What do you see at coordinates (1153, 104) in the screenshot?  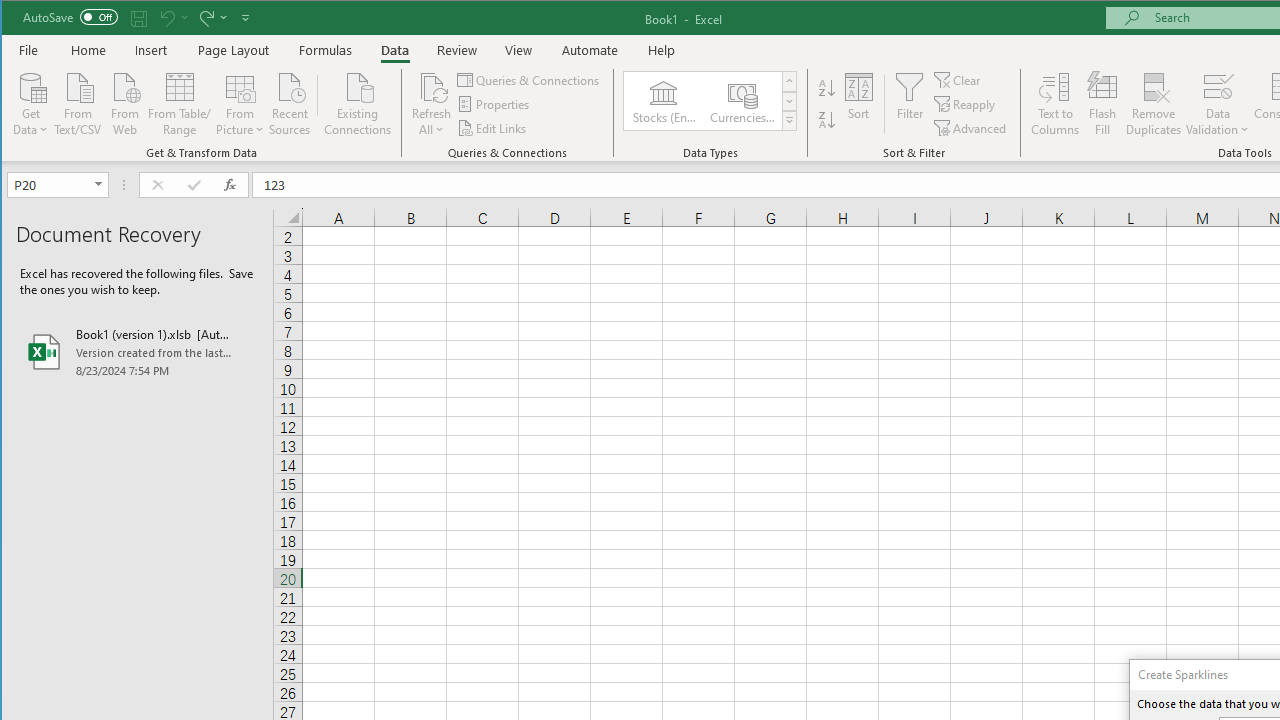 I see `'Remove Duplicates'` at bounding box center [1153, 104].